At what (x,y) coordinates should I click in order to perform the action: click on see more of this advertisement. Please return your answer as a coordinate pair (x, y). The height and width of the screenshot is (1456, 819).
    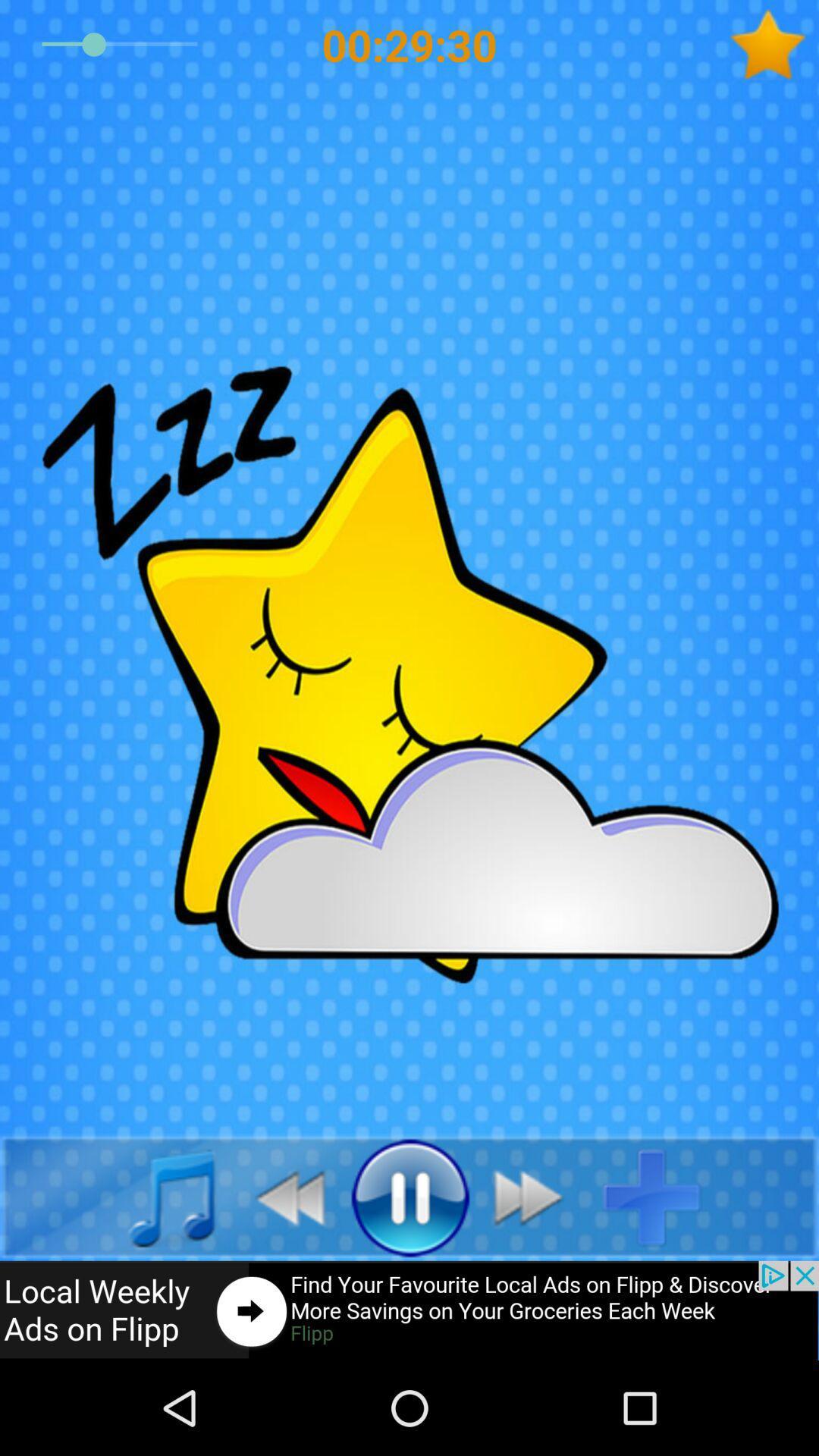
    Looking at the image, I should click on (409, 1310).